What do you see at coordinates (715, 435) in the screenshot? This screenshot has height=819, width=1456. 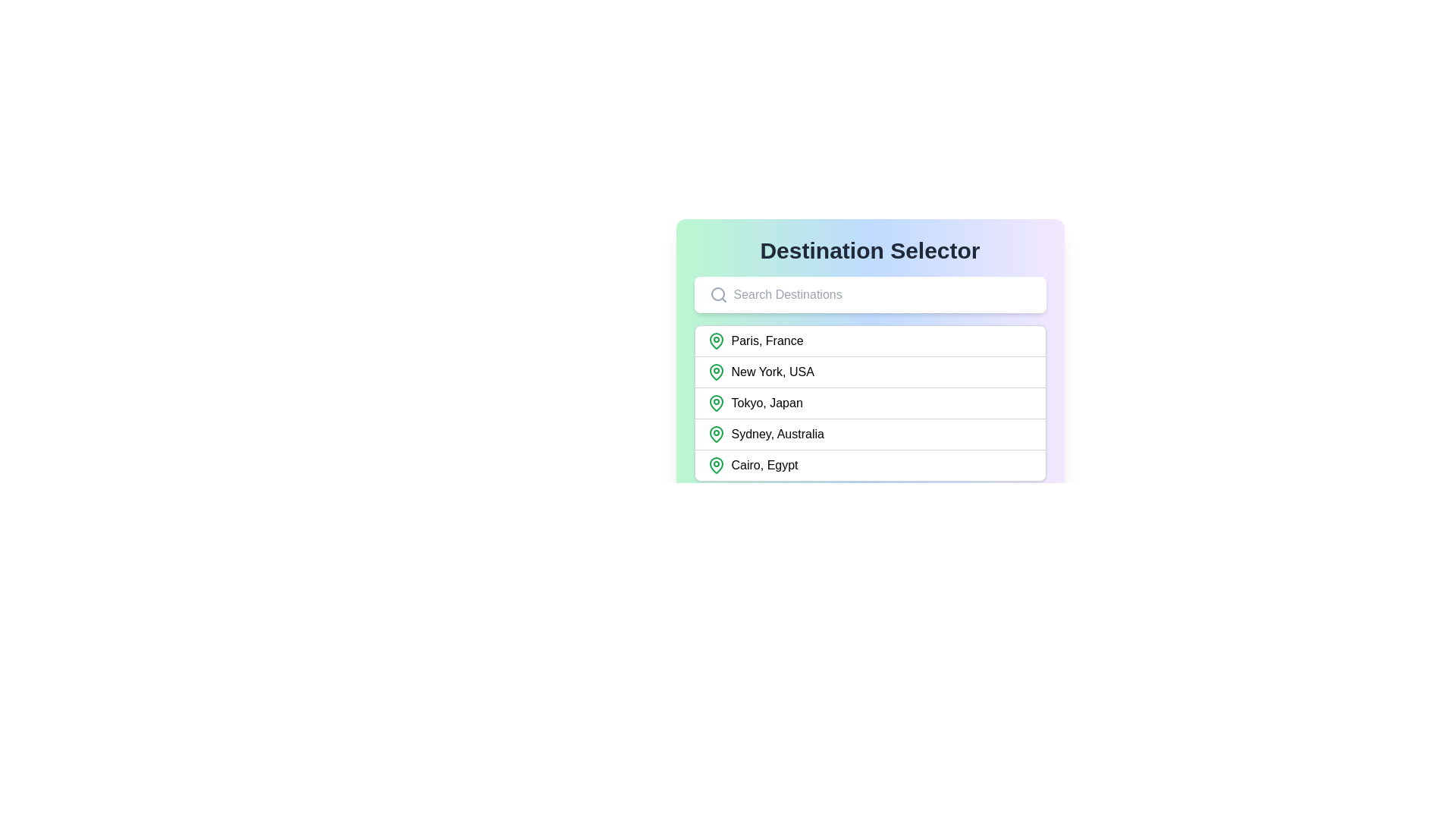 I see `the Map Pin Icon that visually identifies the 'Sydney, Australia' destination entry in the list` at bounding box center [715, 435].